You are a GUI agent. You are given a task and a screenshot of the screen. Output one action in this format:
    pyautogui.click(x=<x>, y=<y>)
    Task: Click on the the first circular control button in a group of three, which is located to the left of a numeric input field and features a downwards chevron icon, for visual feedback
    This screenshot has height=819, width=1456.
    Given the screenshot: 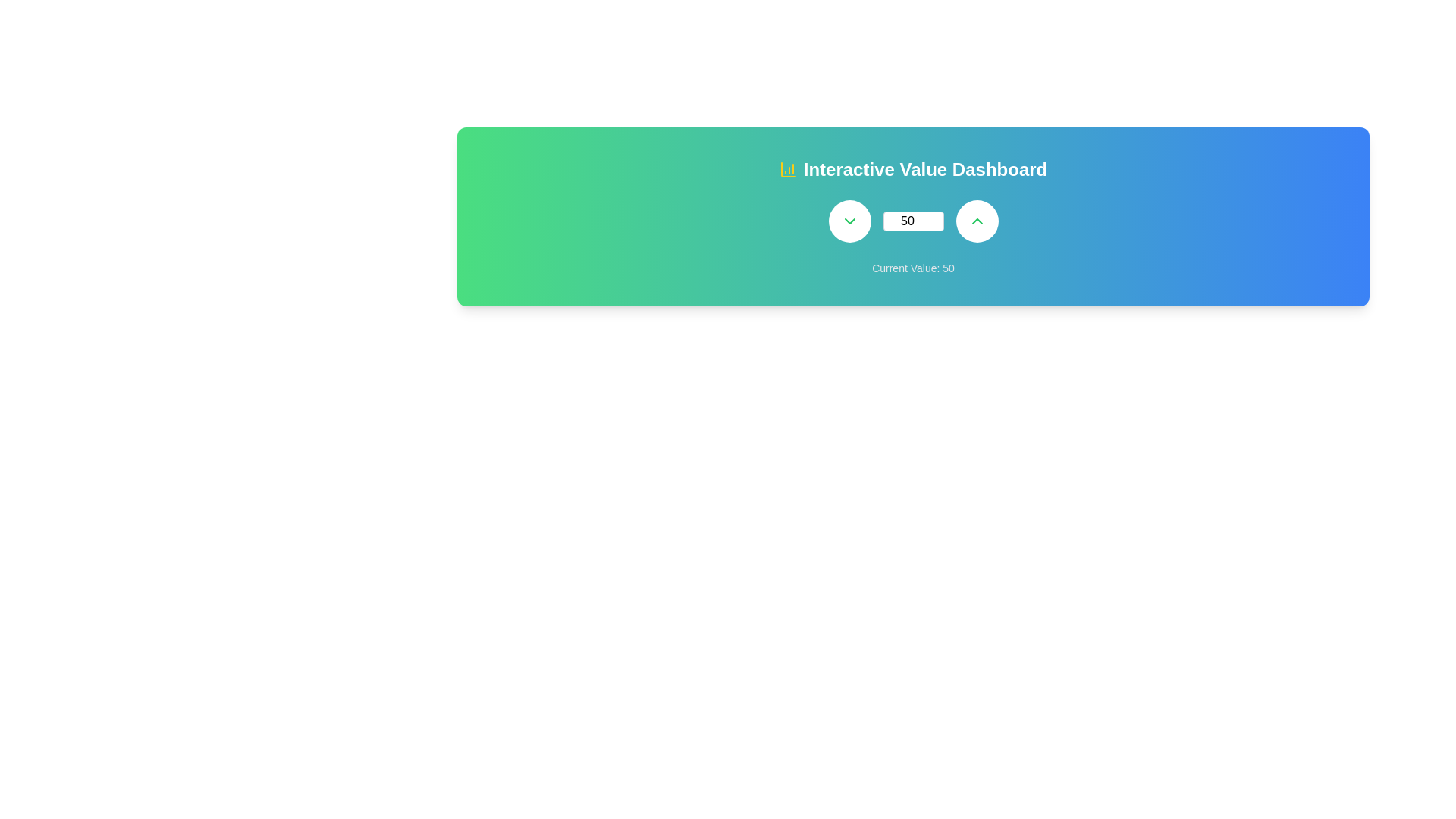 What is the action you would take?
    pyautogui.click(x=849, y=221)
    